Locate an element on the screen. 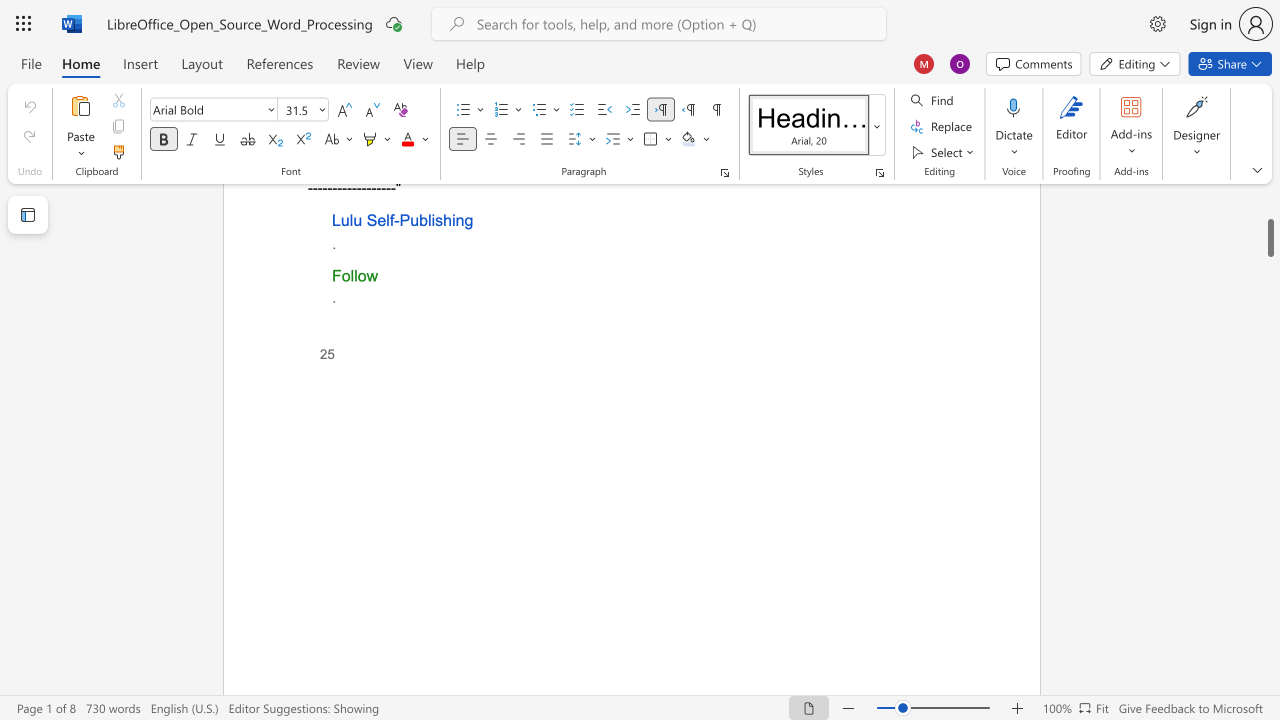  the scrollbar to slide the page up is located at coordinates (1269, 210).